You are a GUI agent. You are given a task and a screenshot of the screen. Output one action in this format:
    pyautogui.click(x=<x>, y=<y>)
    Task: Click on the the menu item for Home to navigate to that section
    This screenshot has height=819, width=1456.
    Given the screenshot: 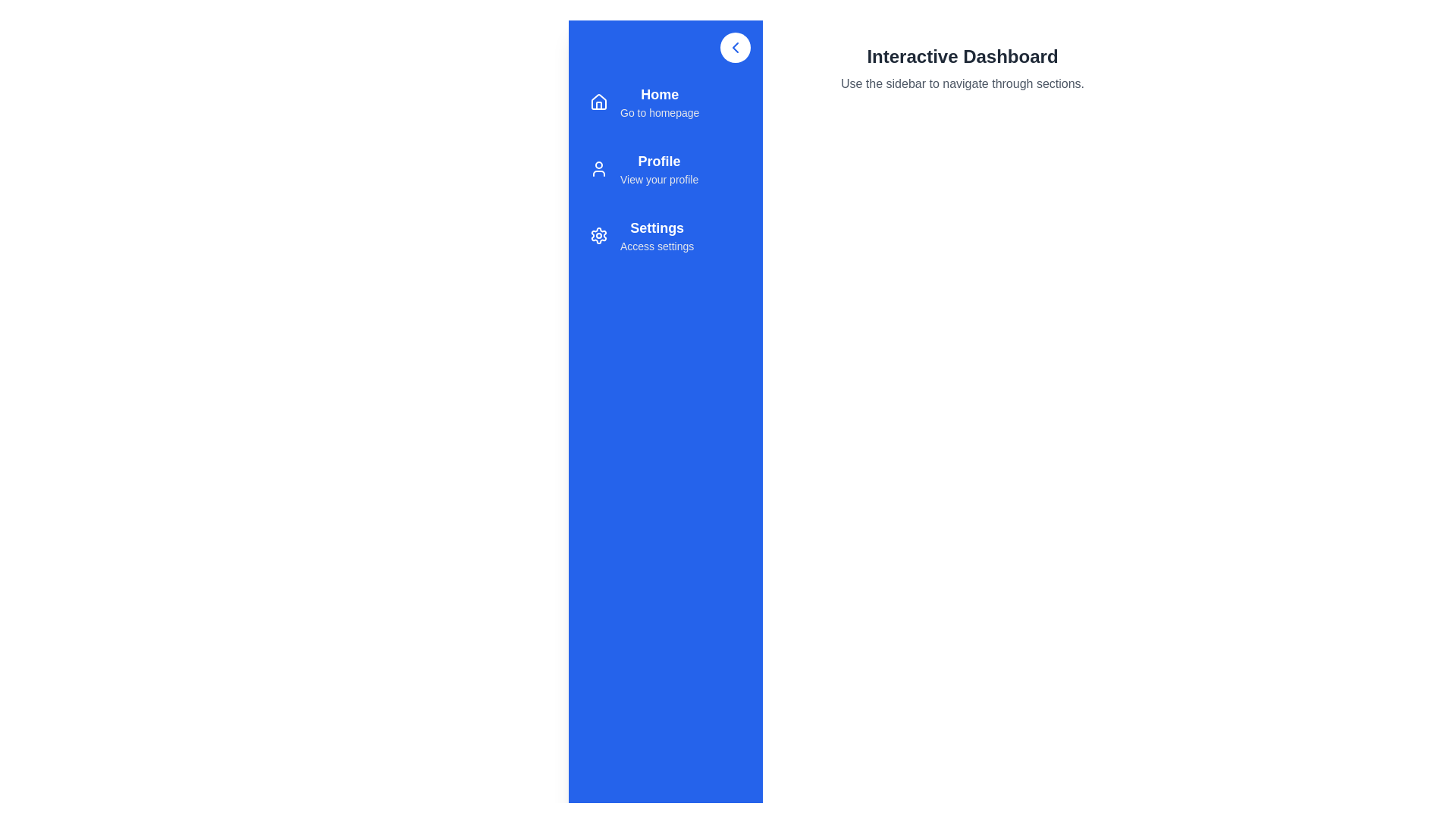 What is the action you would take?
    pyautogui.click(x=666, y=102)
    